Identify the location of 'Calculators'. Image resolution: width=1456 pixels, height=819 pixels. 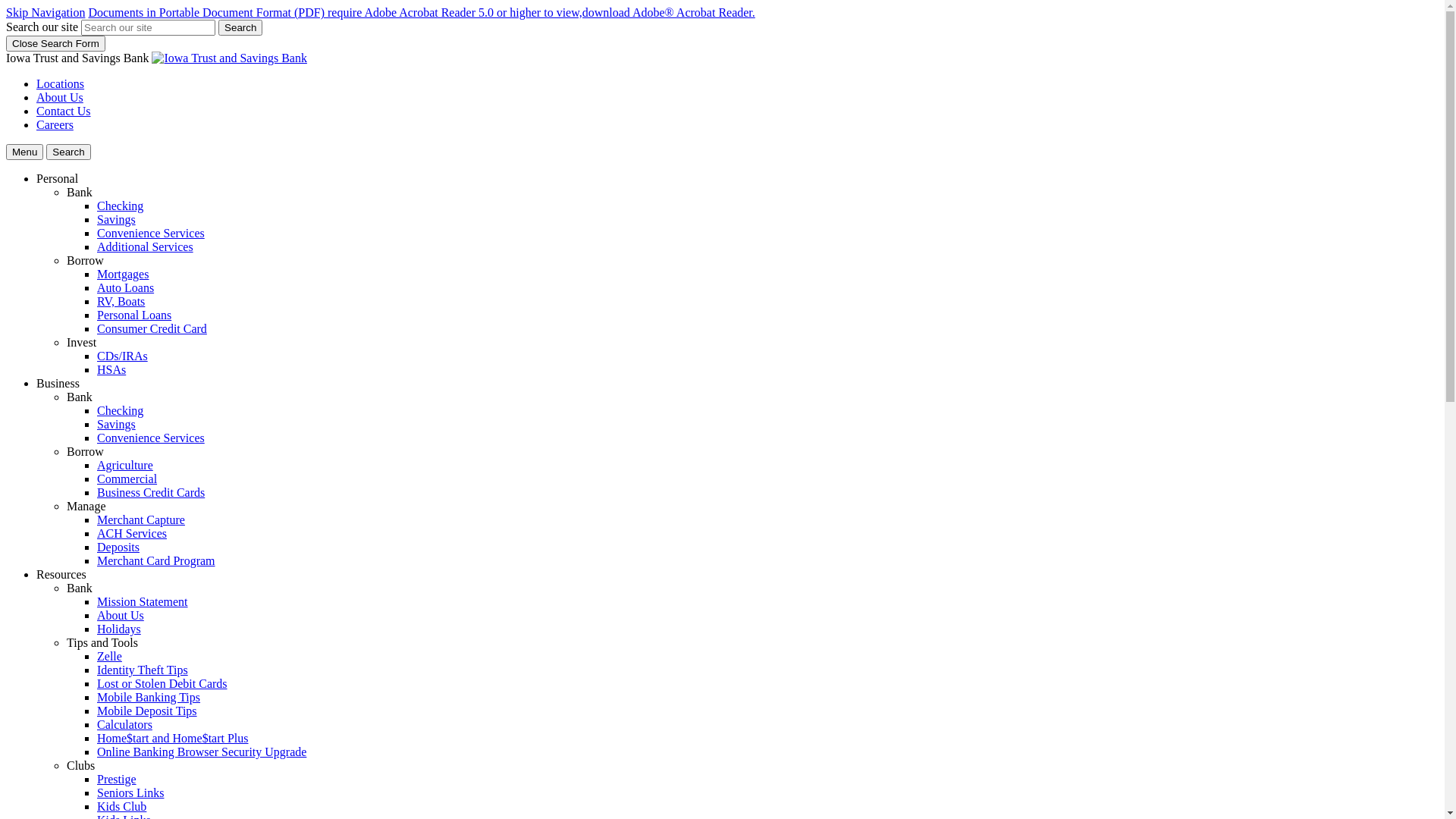
(96, 723).